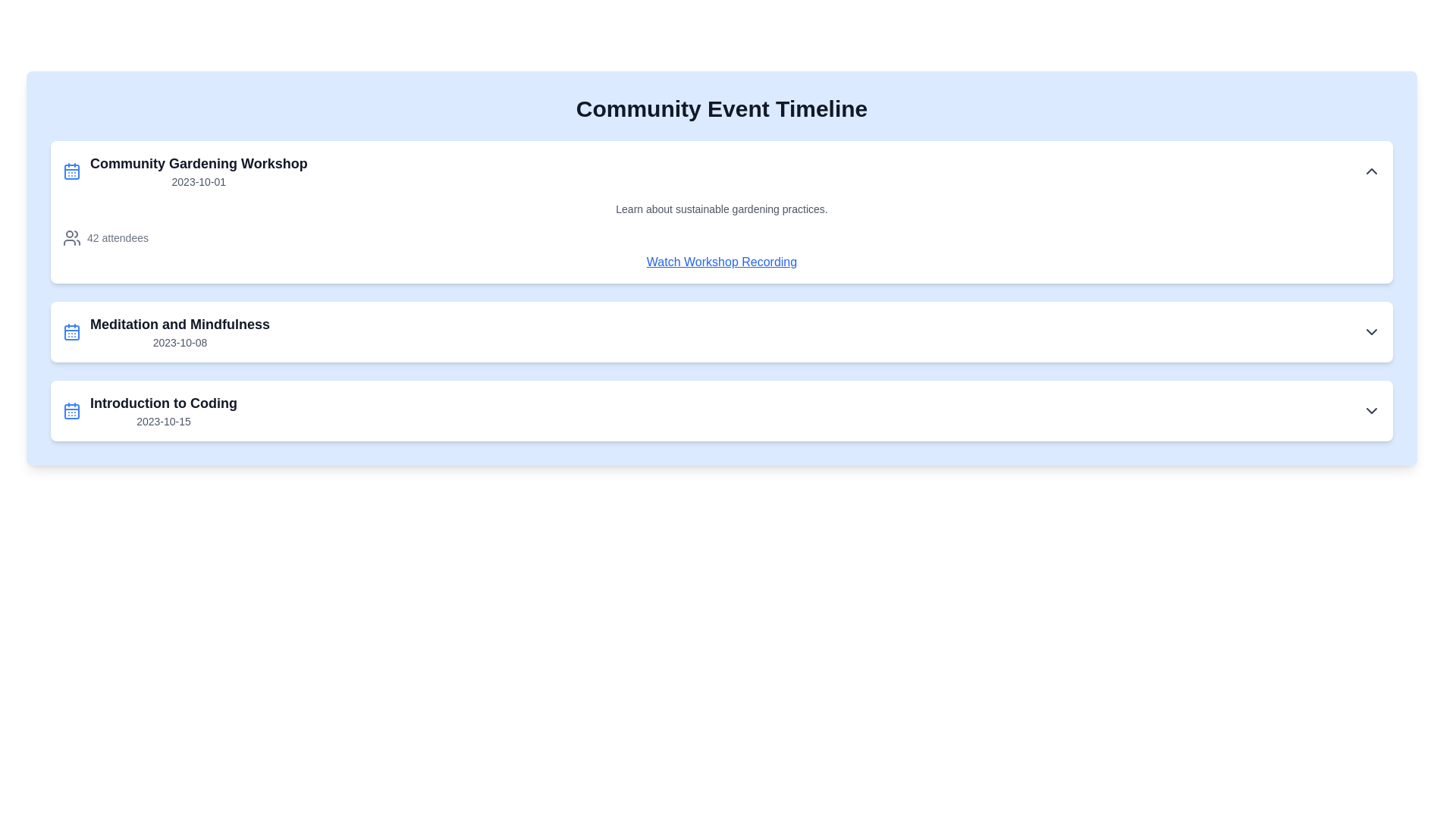 The image size is (1456, 819). What do you see at coordinates (198, 164) in the screenshot?
I see `the title text of the event located at the upper-left of the event card, above the date '2023-10-01'` at bounding box center [198, 164].